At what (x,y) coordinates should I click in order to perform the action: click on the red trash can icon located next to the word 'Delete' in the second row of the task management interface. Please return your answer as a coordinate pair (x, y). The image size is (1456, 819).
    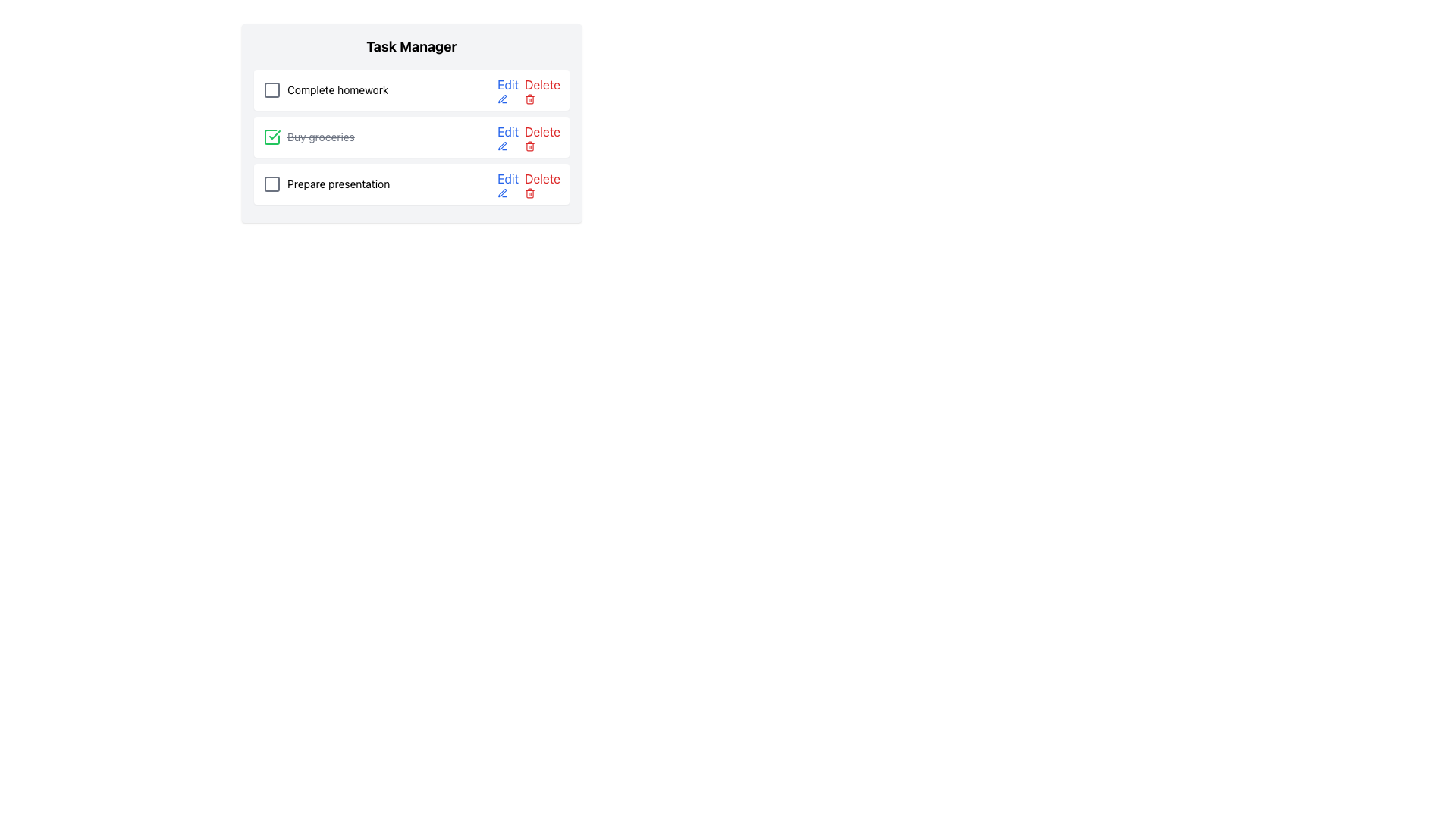
    Looking at the image, I should click on (530, 146).